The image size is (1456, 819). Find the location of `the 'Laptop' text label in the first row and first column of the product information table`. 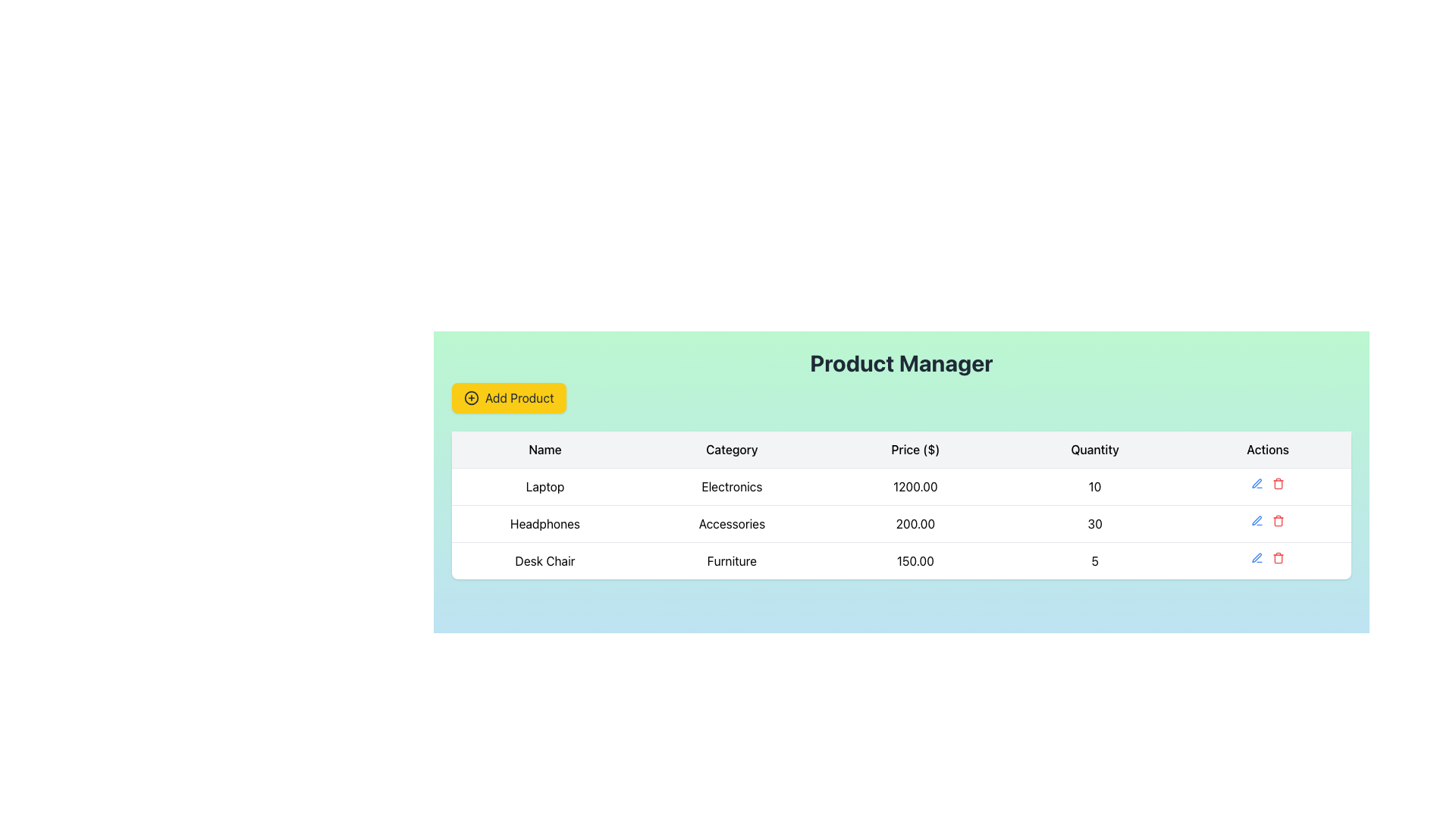

the 'Laptop' text label in the first row and first column of the product information table is located at coordinates (545, 486).